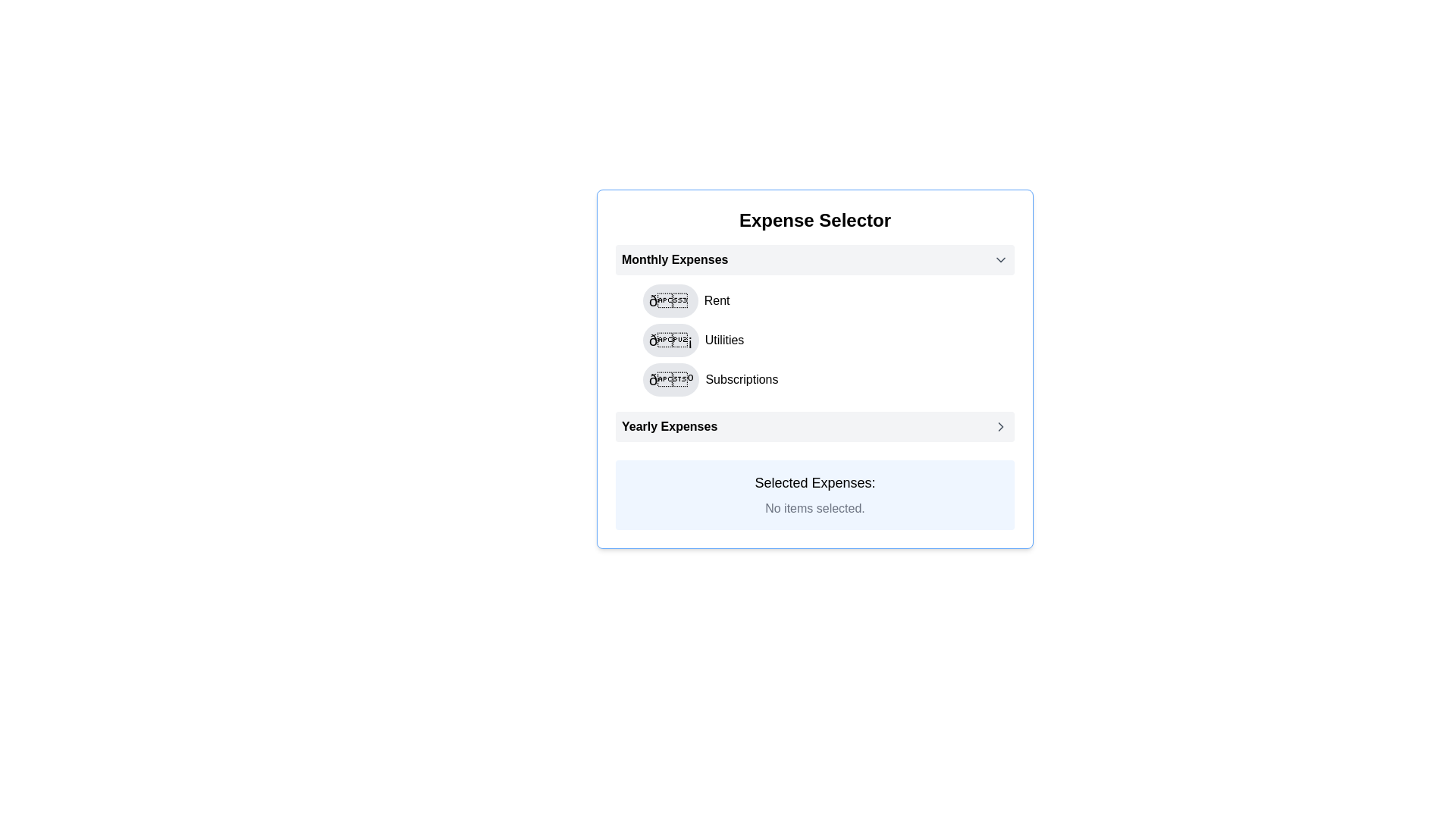 The width and height of the screenshot is (1456, 819). I want to click on the third interactive list item under the 'Monthly Expenses' section, so click(826, 379).